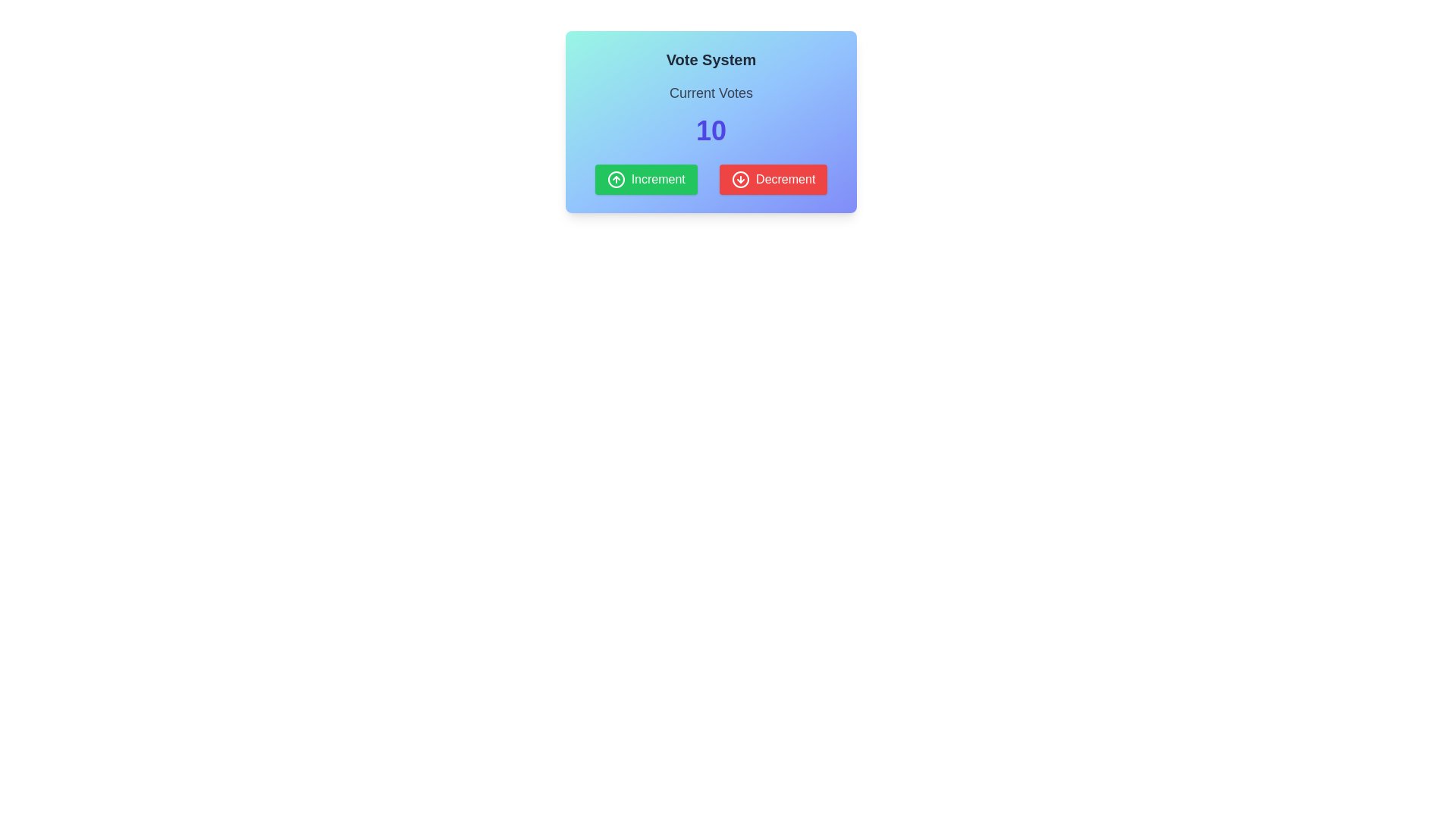 Image resolution: width=1456 pixels, height=819 pixels. Describe the element at coordinates (616, 178) in the screenshot. I see `the SVG circle element that serves as a stylistic background for the increment action, located within the circle-arrow-up icon` at that location.